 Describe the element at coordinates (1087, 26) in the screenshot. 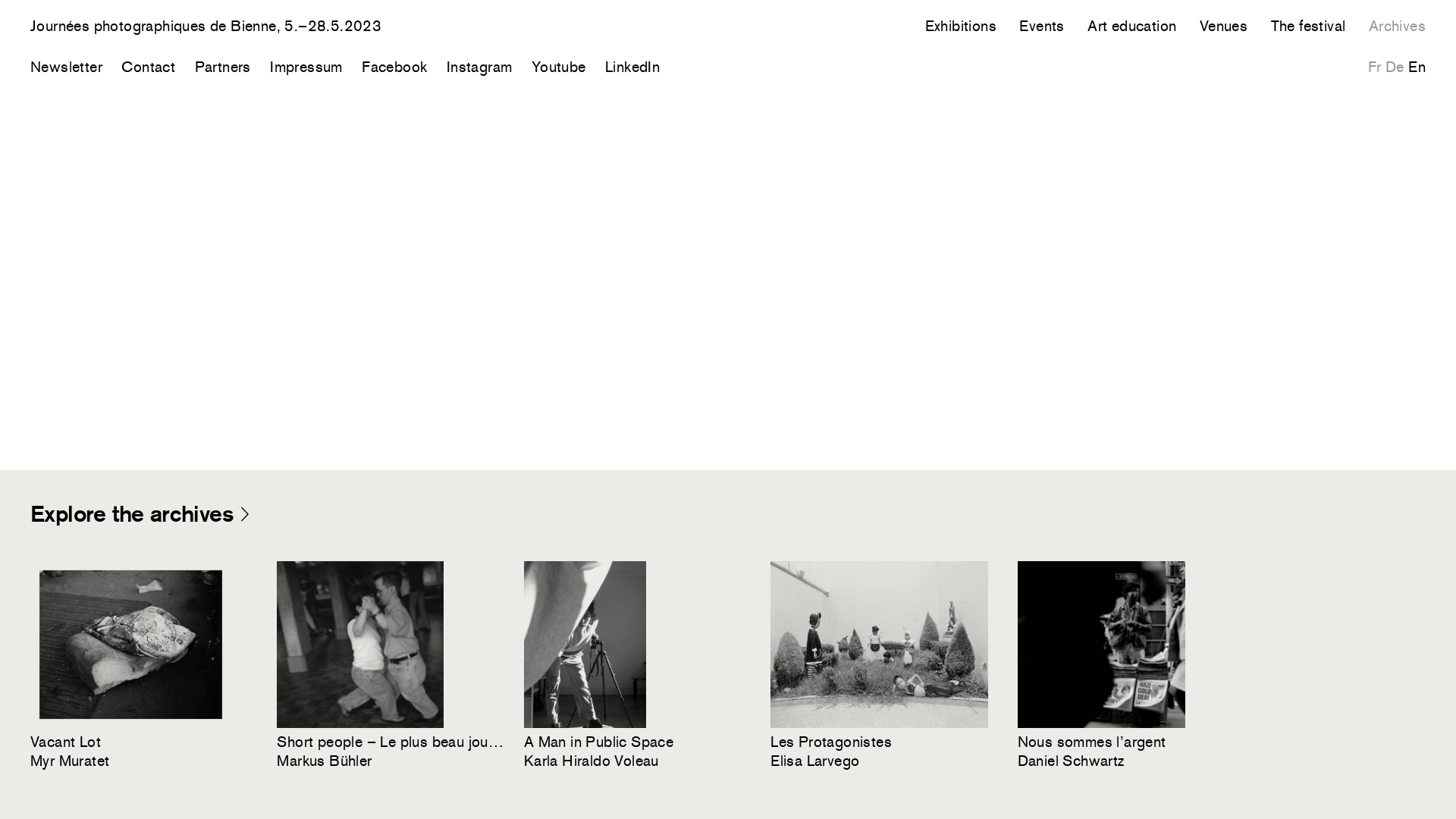

I see `'Art education'` at that location.